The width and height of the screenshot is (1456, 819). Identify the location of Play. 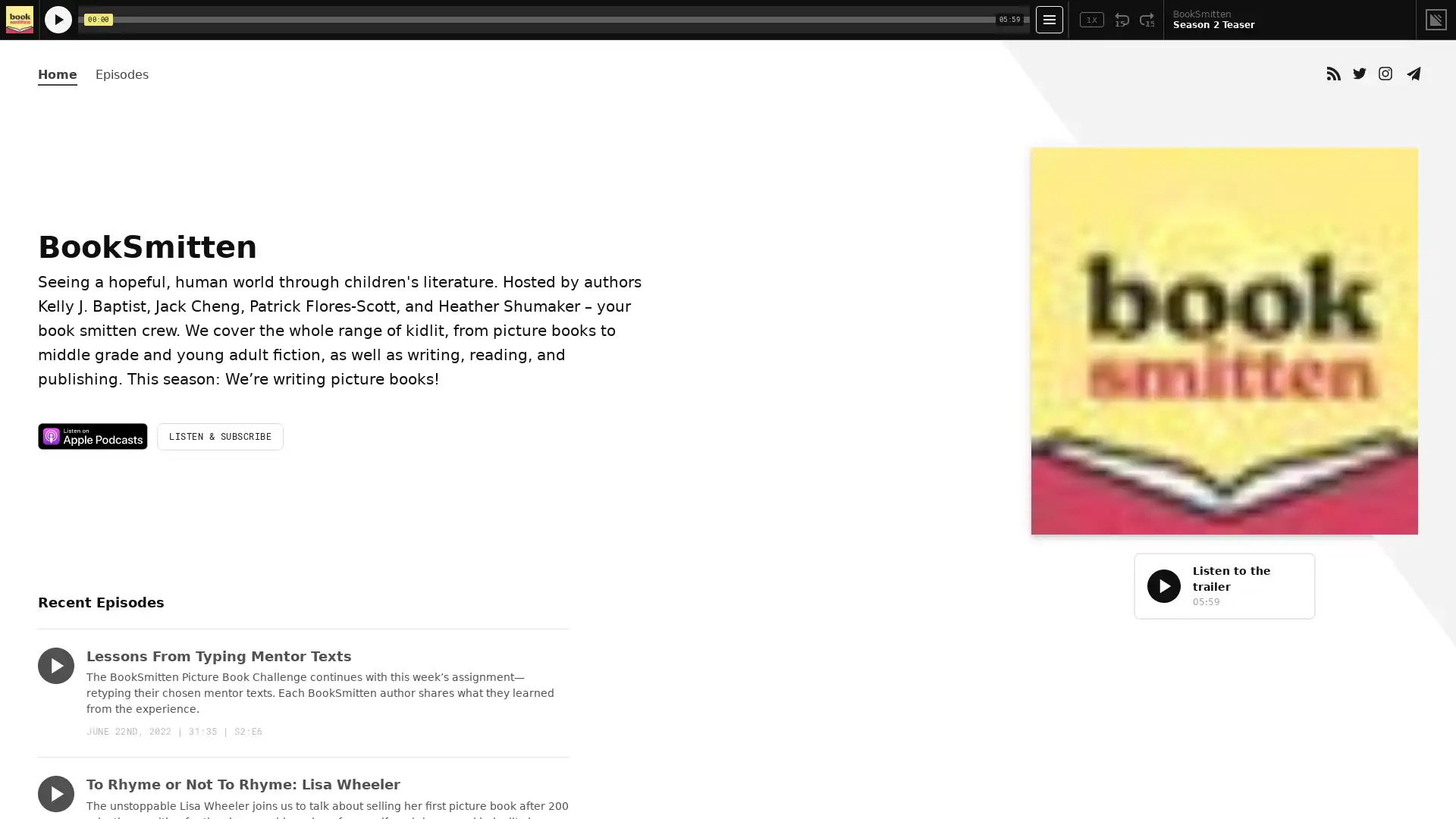
(55, 792).